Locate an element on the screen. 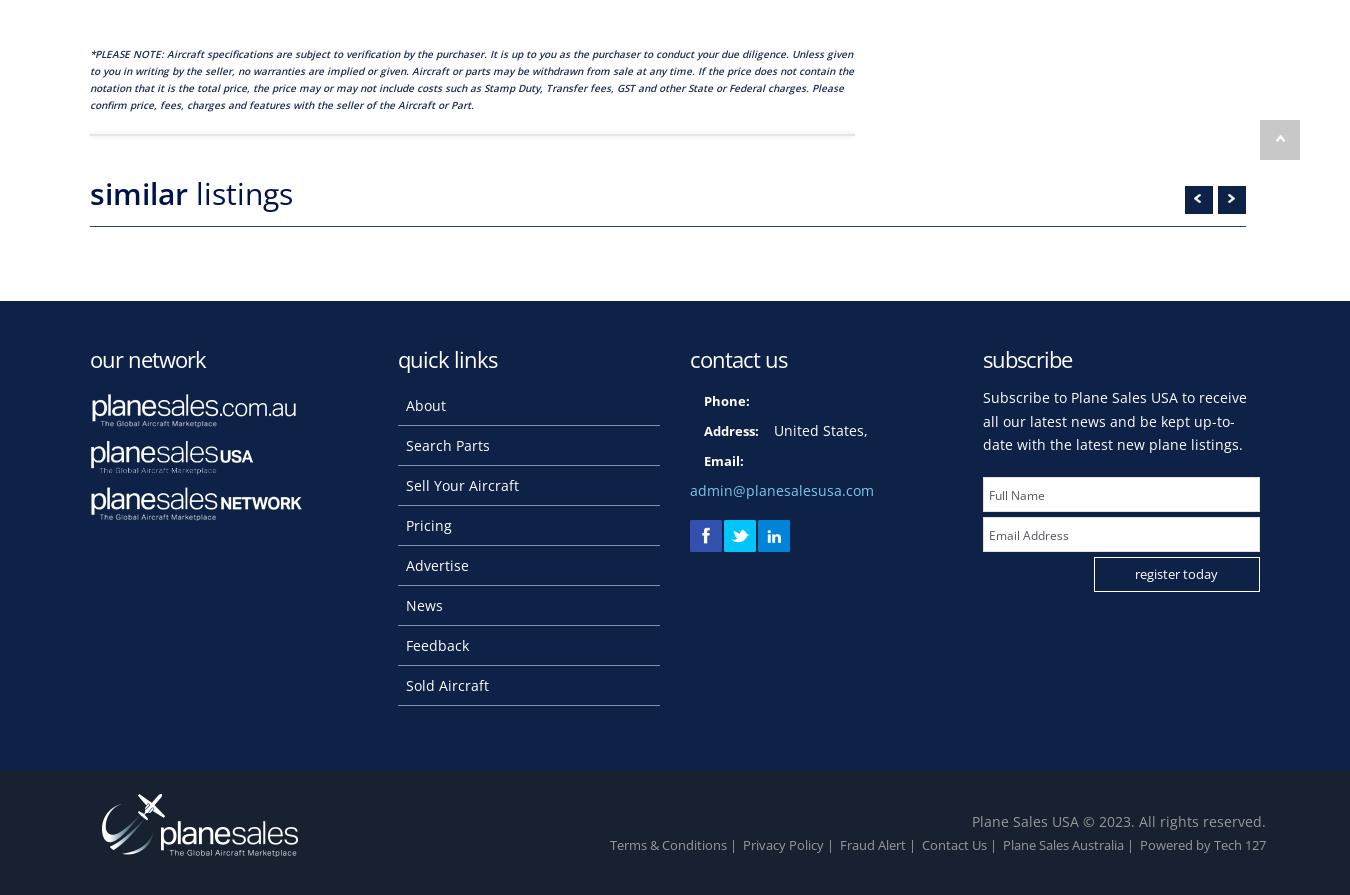 The image size is (1350, 895). 'Plane Sales USA © 2023.  All rights reserved.' is located at coordinates (1117, 819).